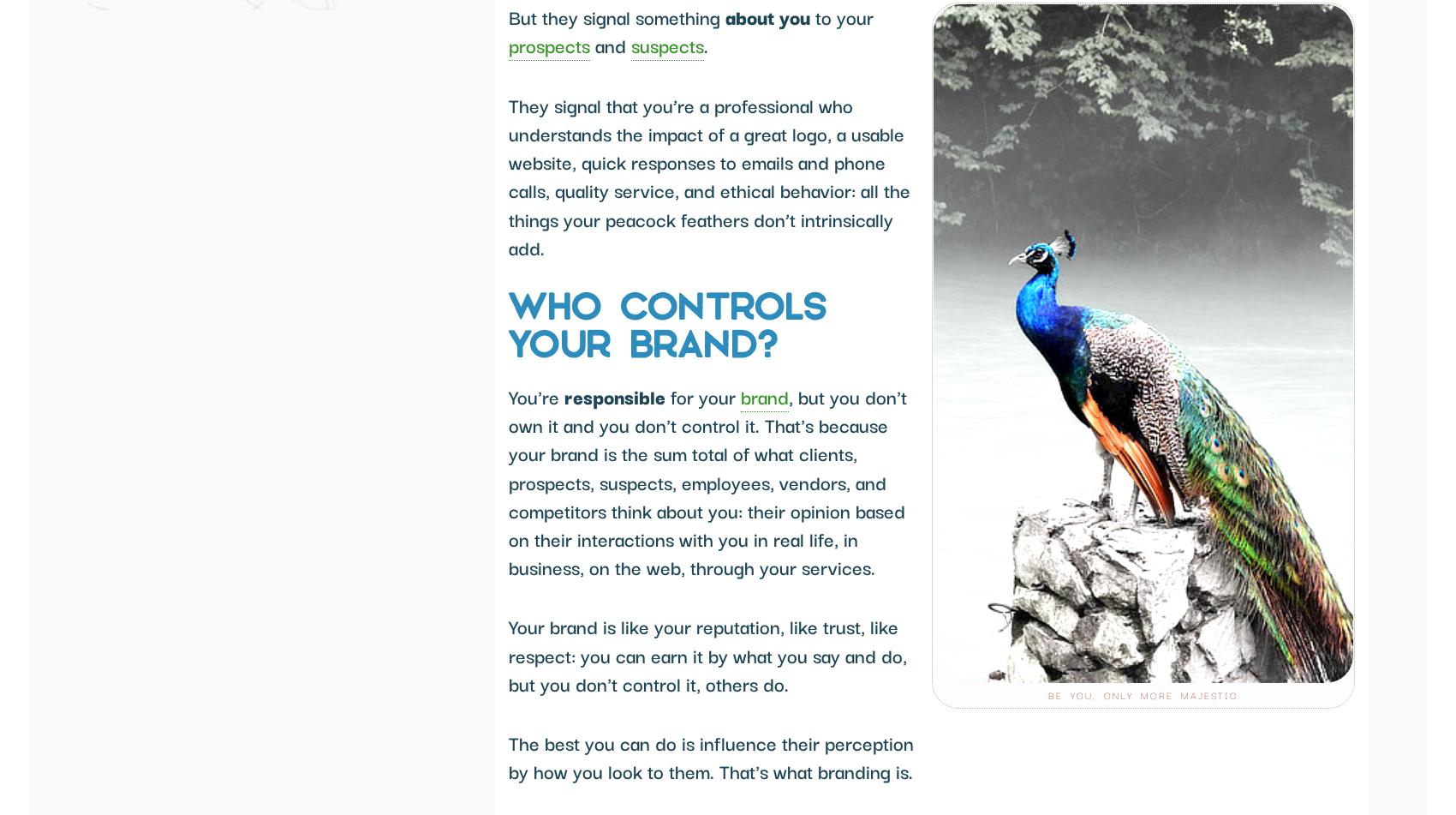  I want to click on 'about you', so click(767, 16).